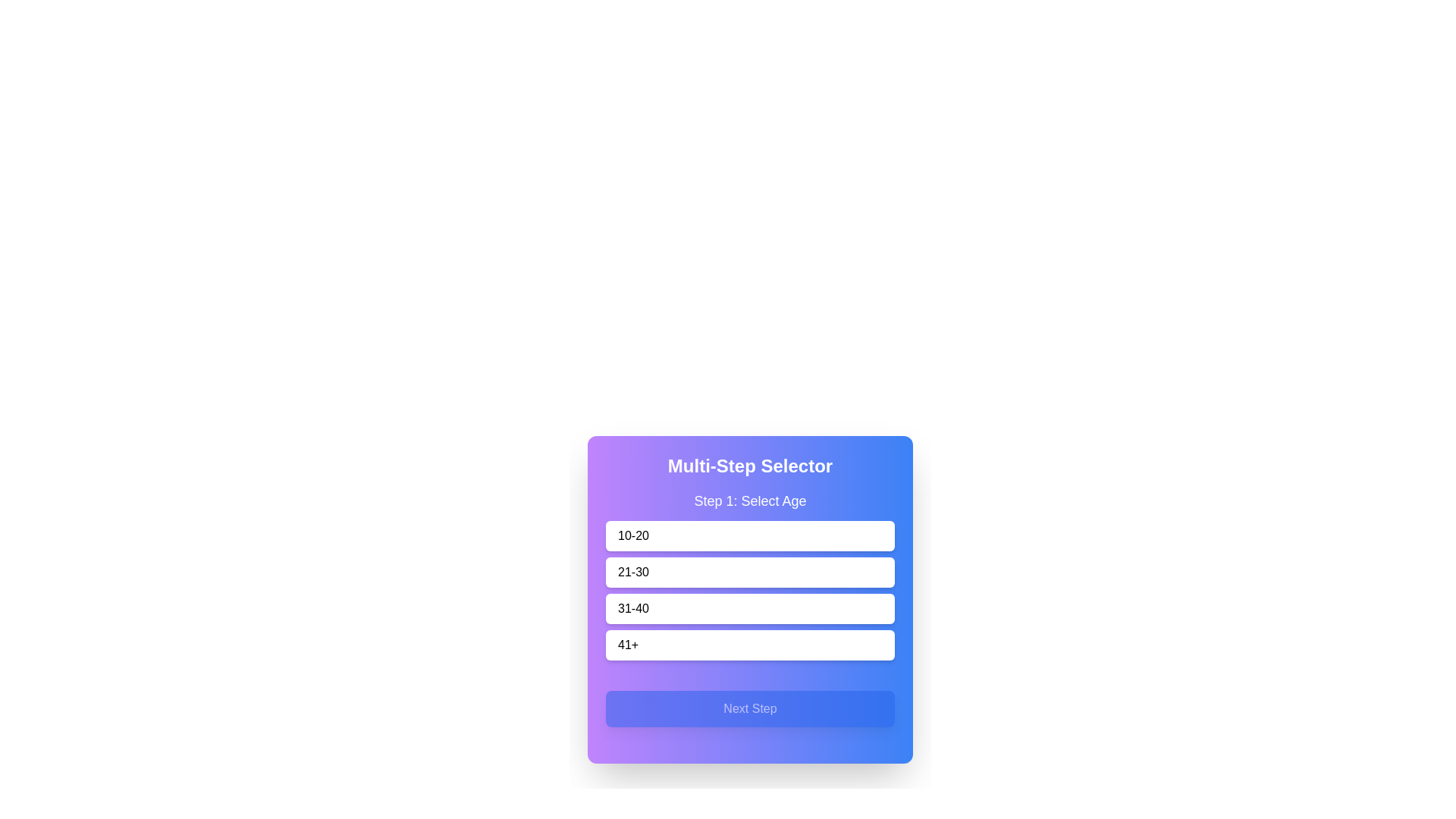 The width and height of the screenshot is (1456, 819). Describe the element at coordinates (750, 607) in the screenshot. I see `the selectable option for the age range '31-40' in the age range selection interface` at that location.